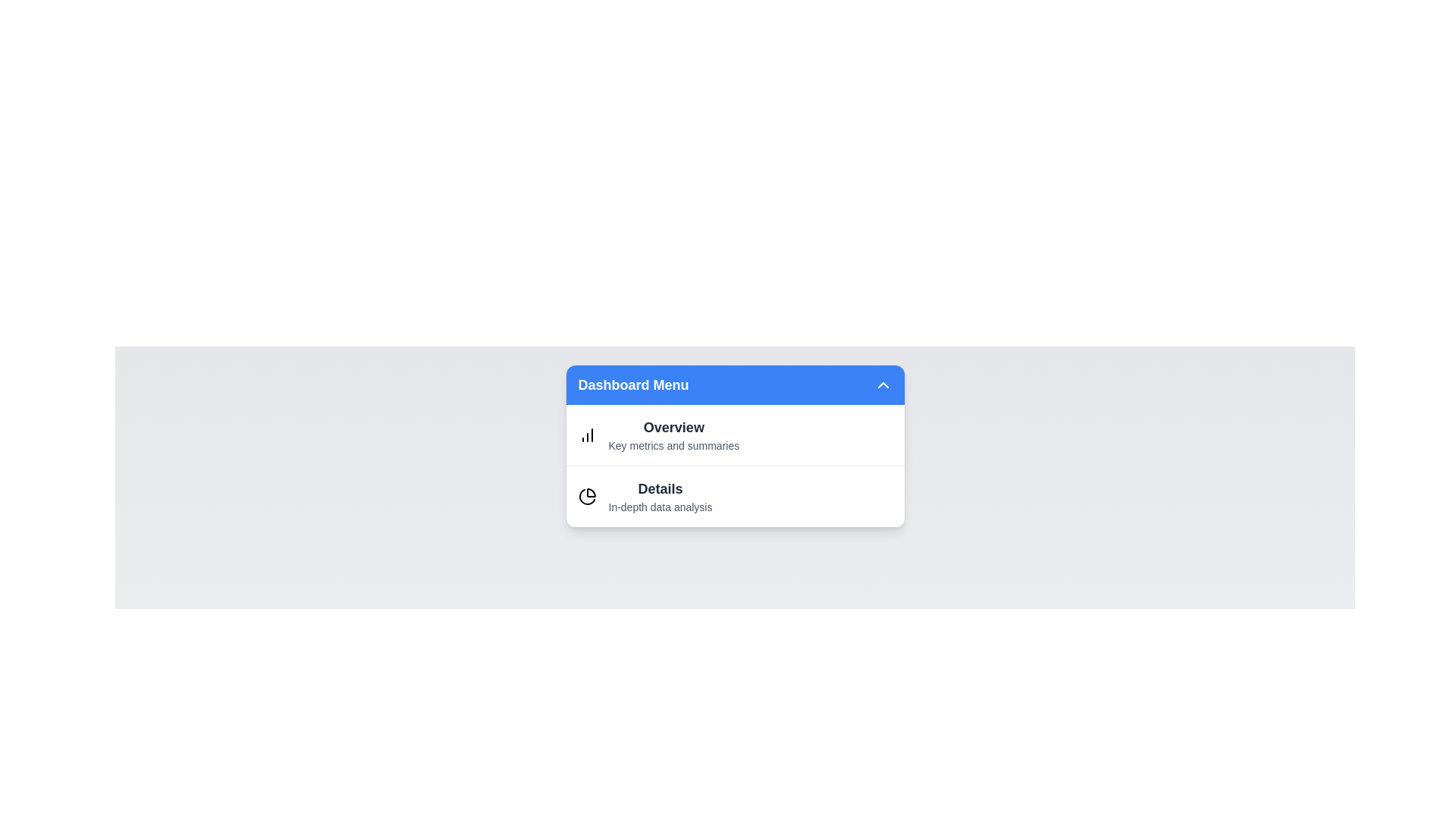  I want to click on the 'Overview' section to focus on its details, so click(673, 427).